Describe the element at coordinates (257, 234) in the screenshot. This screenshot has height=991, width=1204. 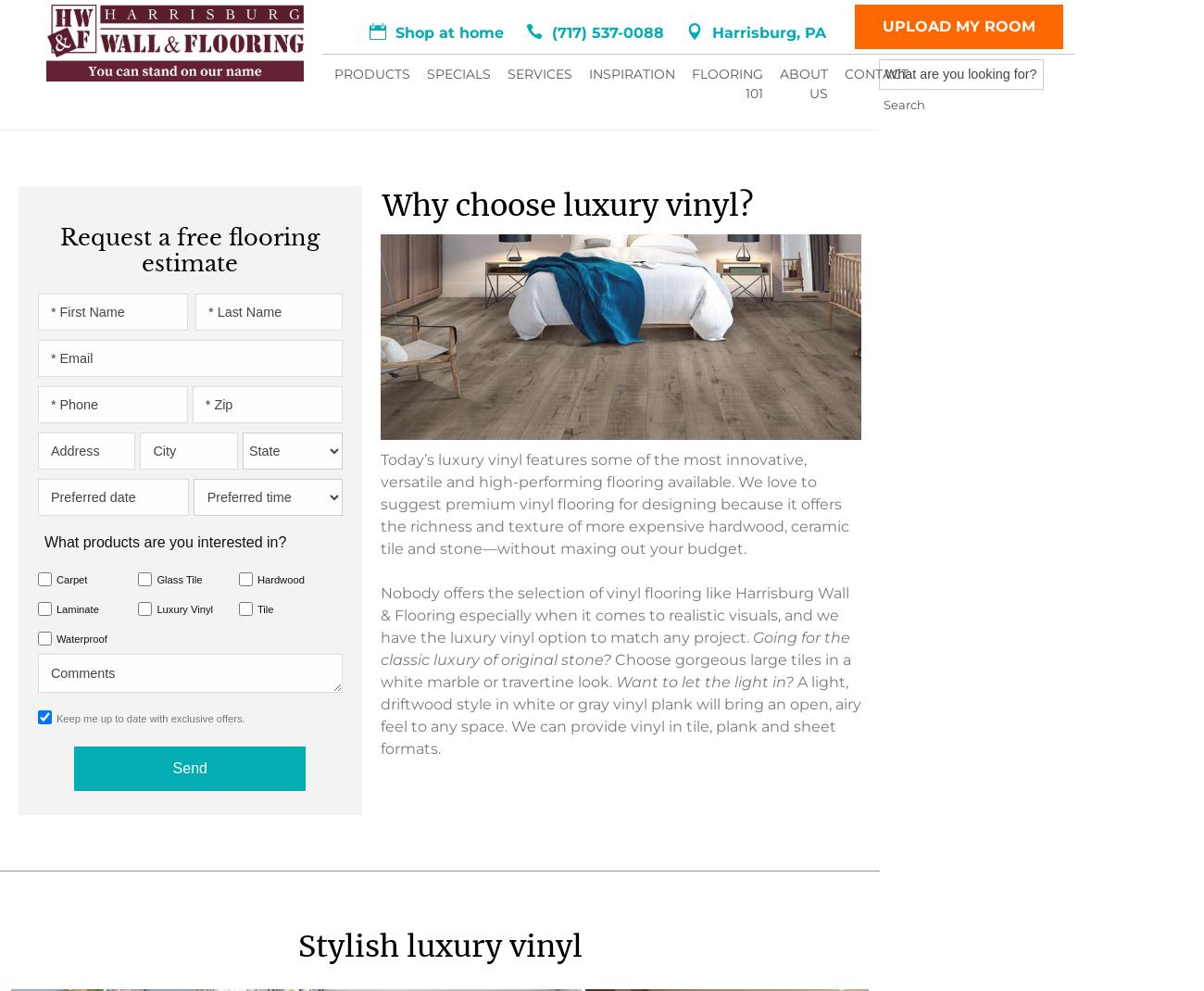
I see `'Luxury vinyl is durable and waterproof so maintenance is a breeze.'` at that location.